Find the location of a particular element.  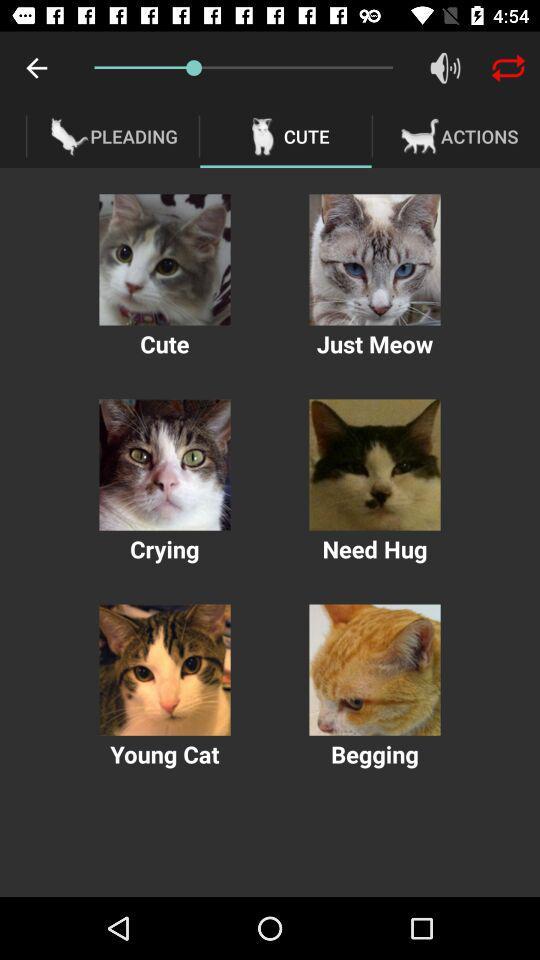

the yellow cat that appears to be begging is located at coordinates (374, 670).